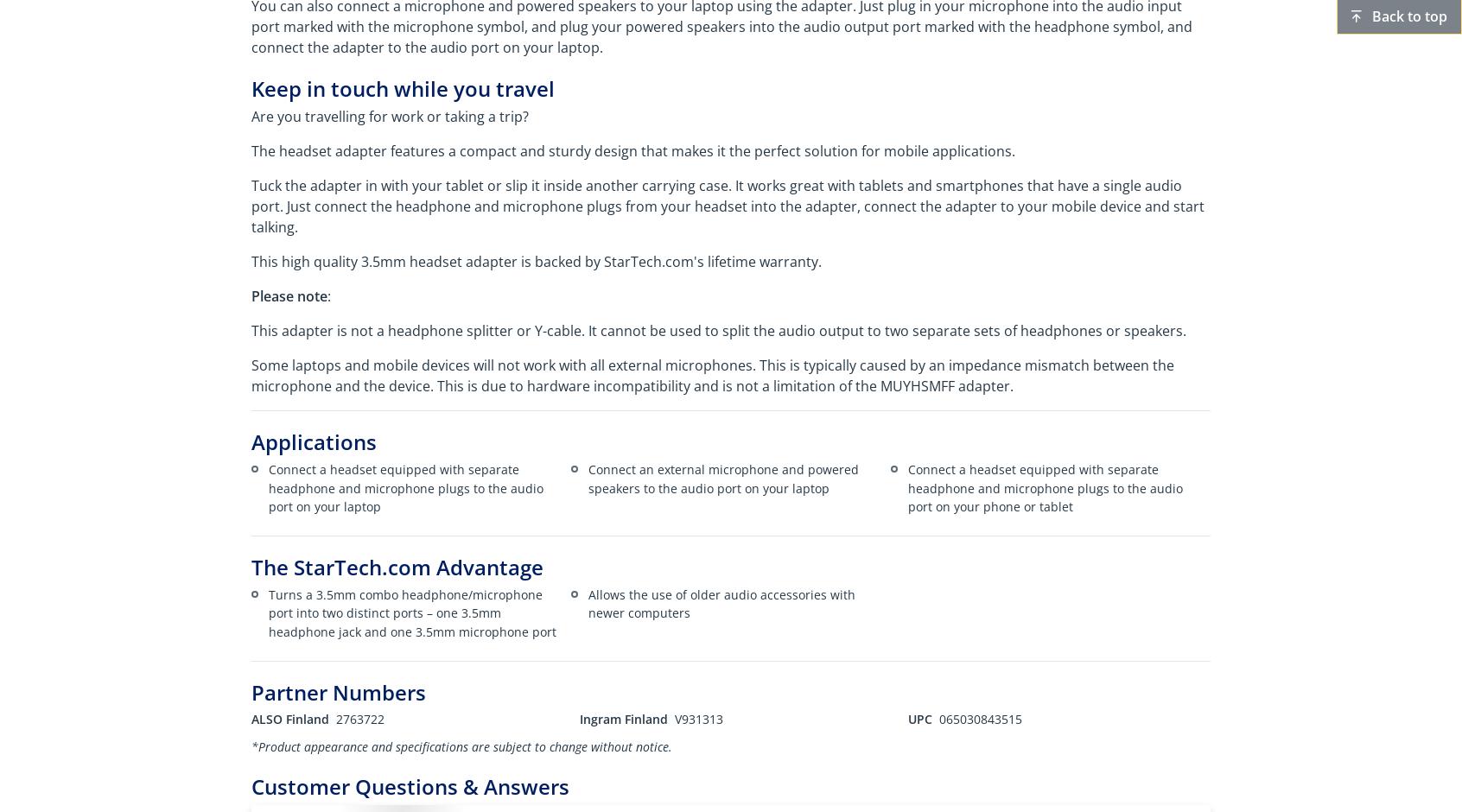 The image size is (1462, 812). What do you see at coordinates (622, 718) in the screenshot?
I see `'Ingram Finland'` at bounding box center [622, 718].